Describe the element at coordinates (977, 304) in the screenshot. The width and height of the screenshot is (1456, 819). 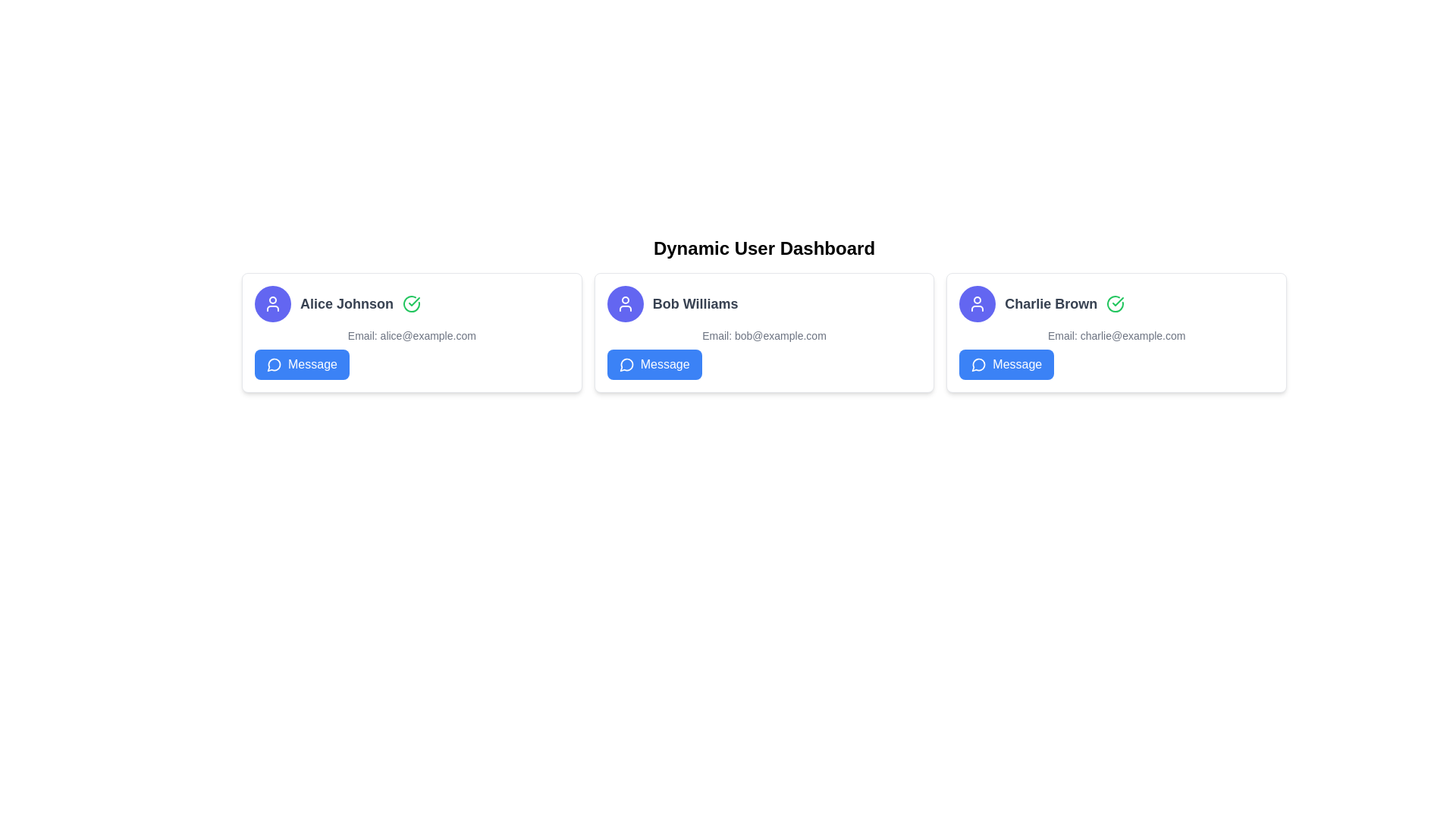
I see `the profile avatar icon representing 'Charlie Brown', which is located on the rightmost card in a three-card layout, above and to the left of the text reading 'Charlie Brown'` at that location.